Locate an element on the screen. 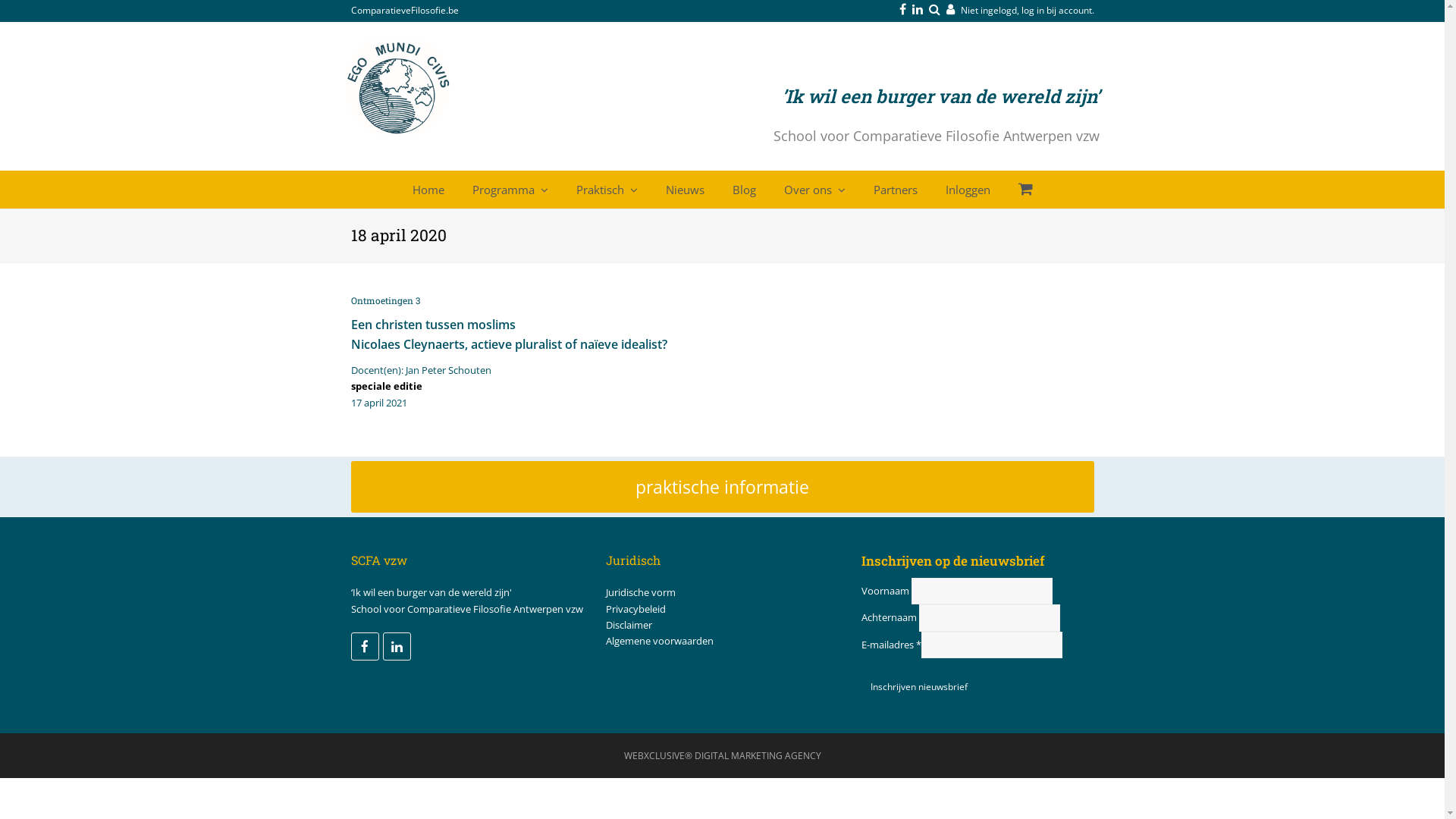 Image resolution: width=1456 pixels, height=819 pixels. 'Home' is located at coordinates (427, 189).